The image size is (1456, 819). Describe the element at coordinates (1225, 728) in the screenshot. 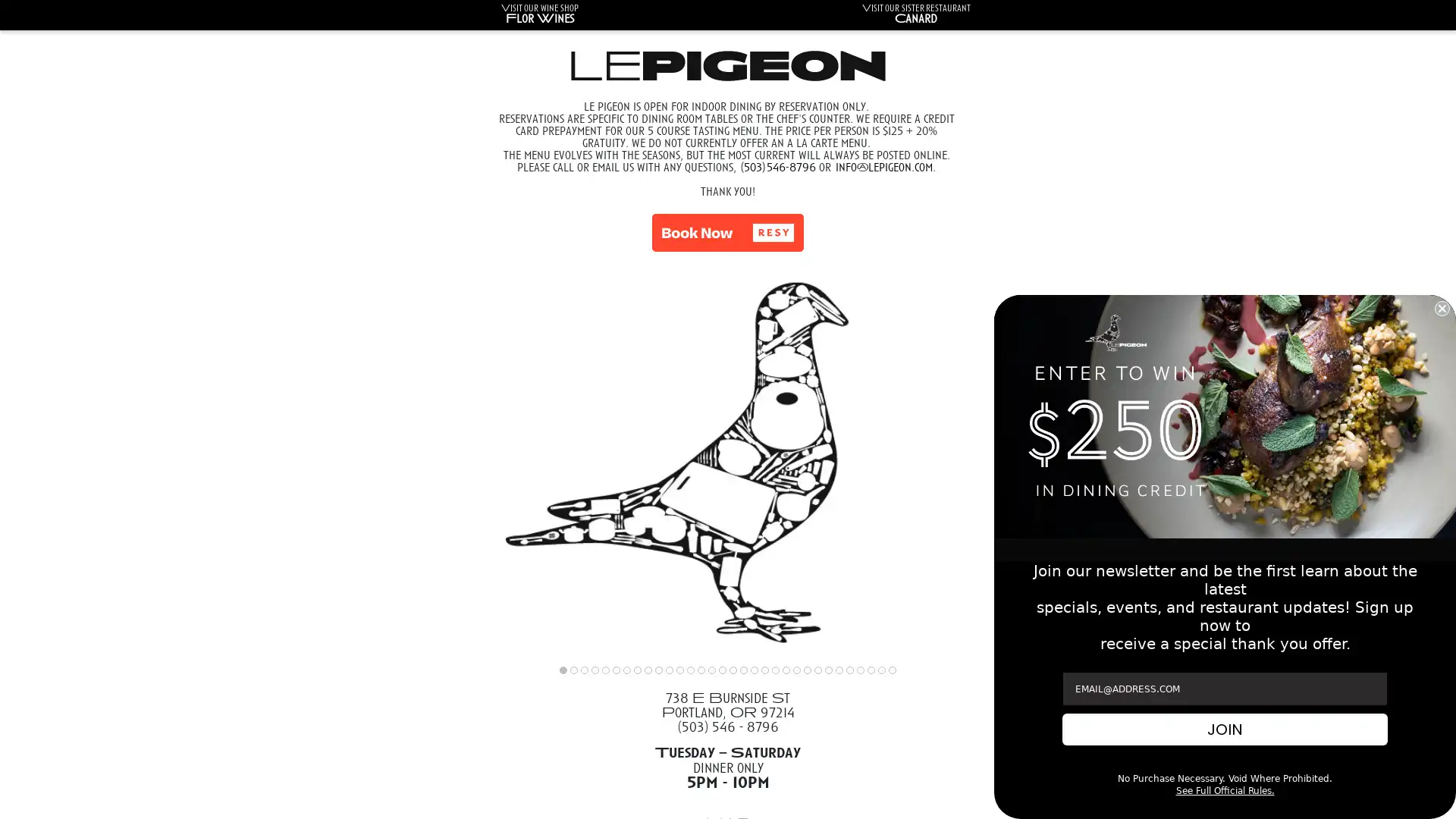

I see `JOIN` at that location.